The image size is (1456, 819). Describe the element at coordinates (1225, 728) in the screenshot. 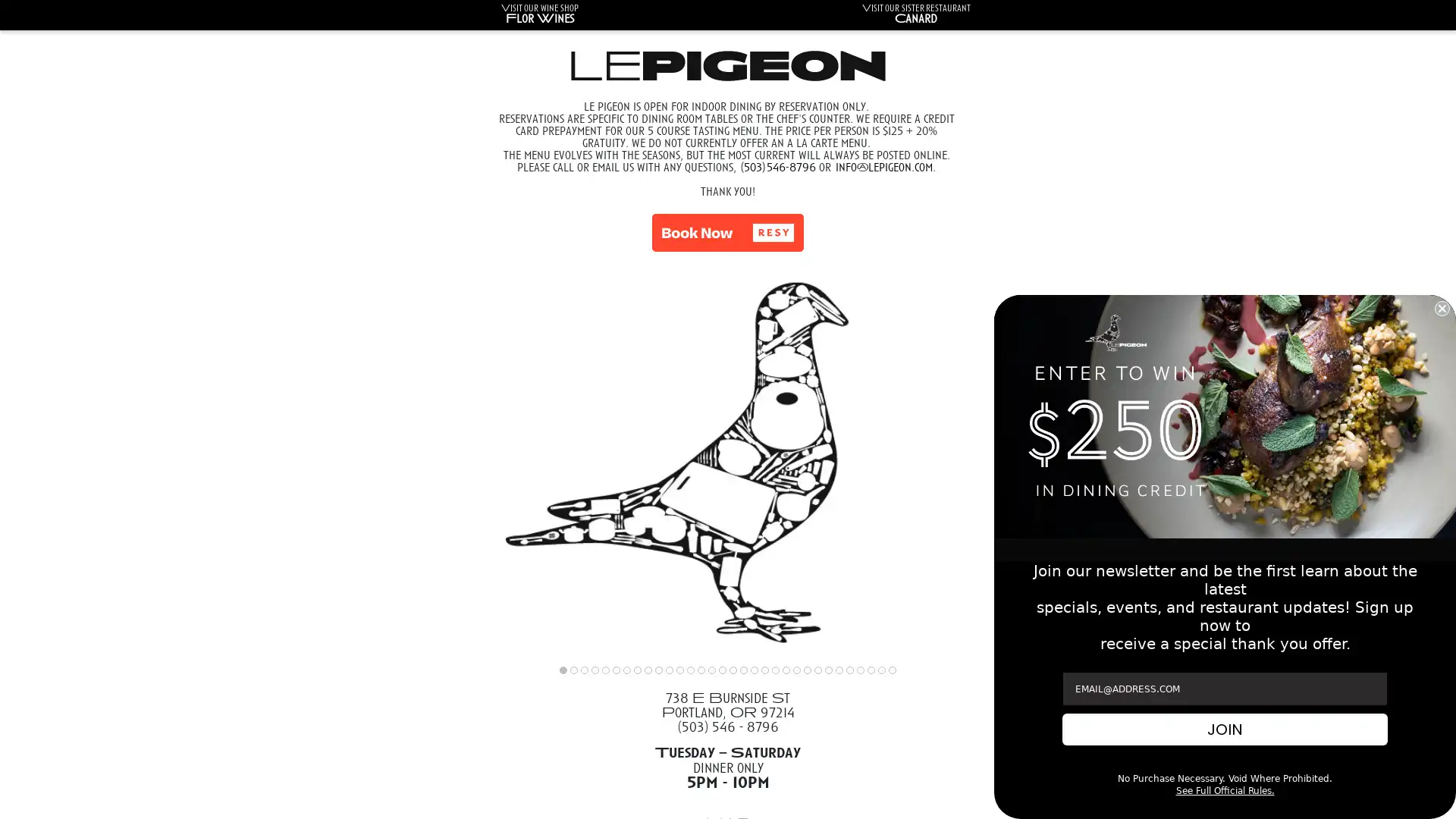

I see `JOIN` at that location.